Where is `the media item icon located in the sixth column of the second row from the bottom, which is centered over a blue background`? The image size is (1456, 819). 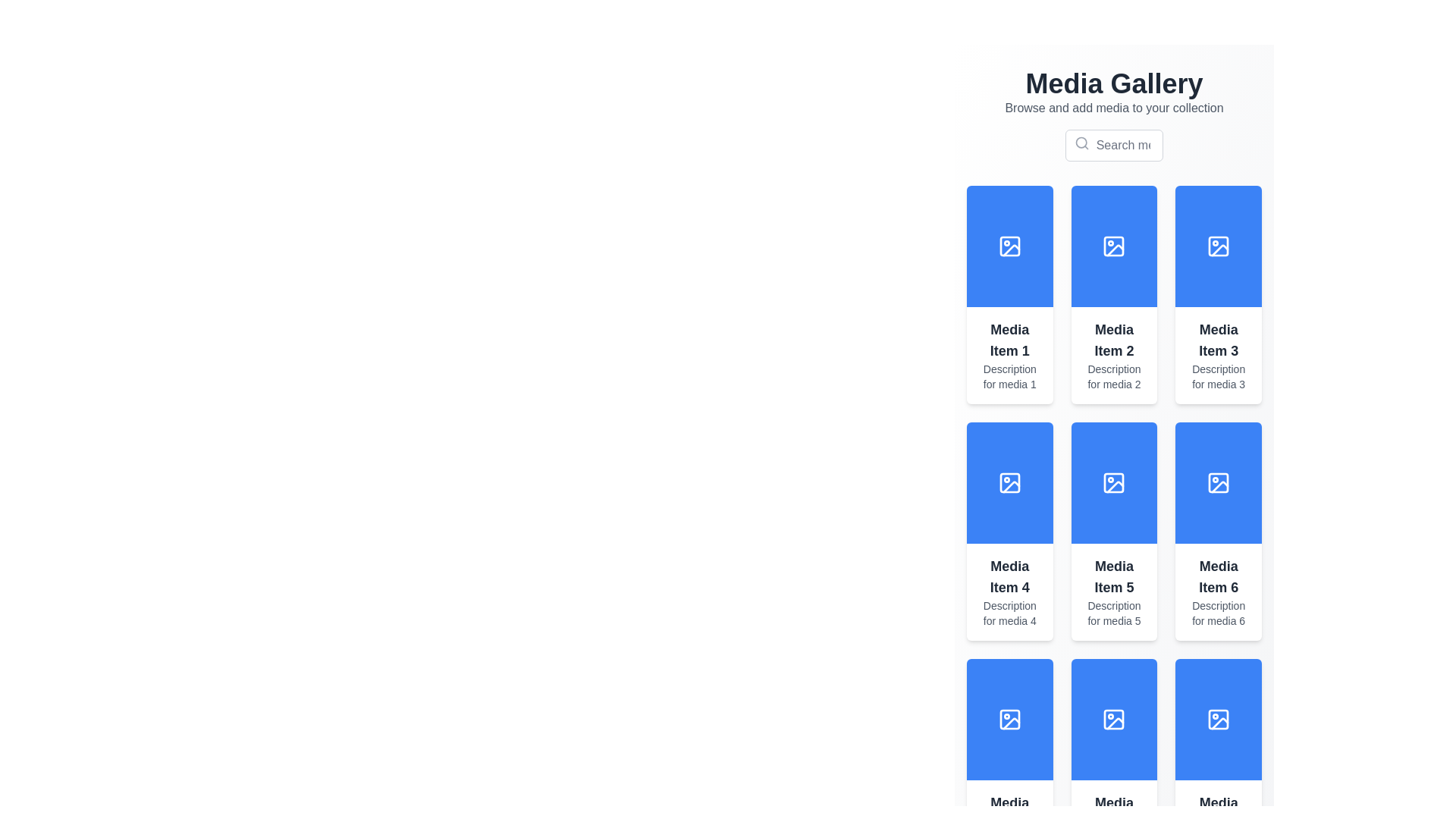
the media item icon located in the sixth column of the second row from the bottom, which is centered over a blue background is located at coordinates (1116, 723).